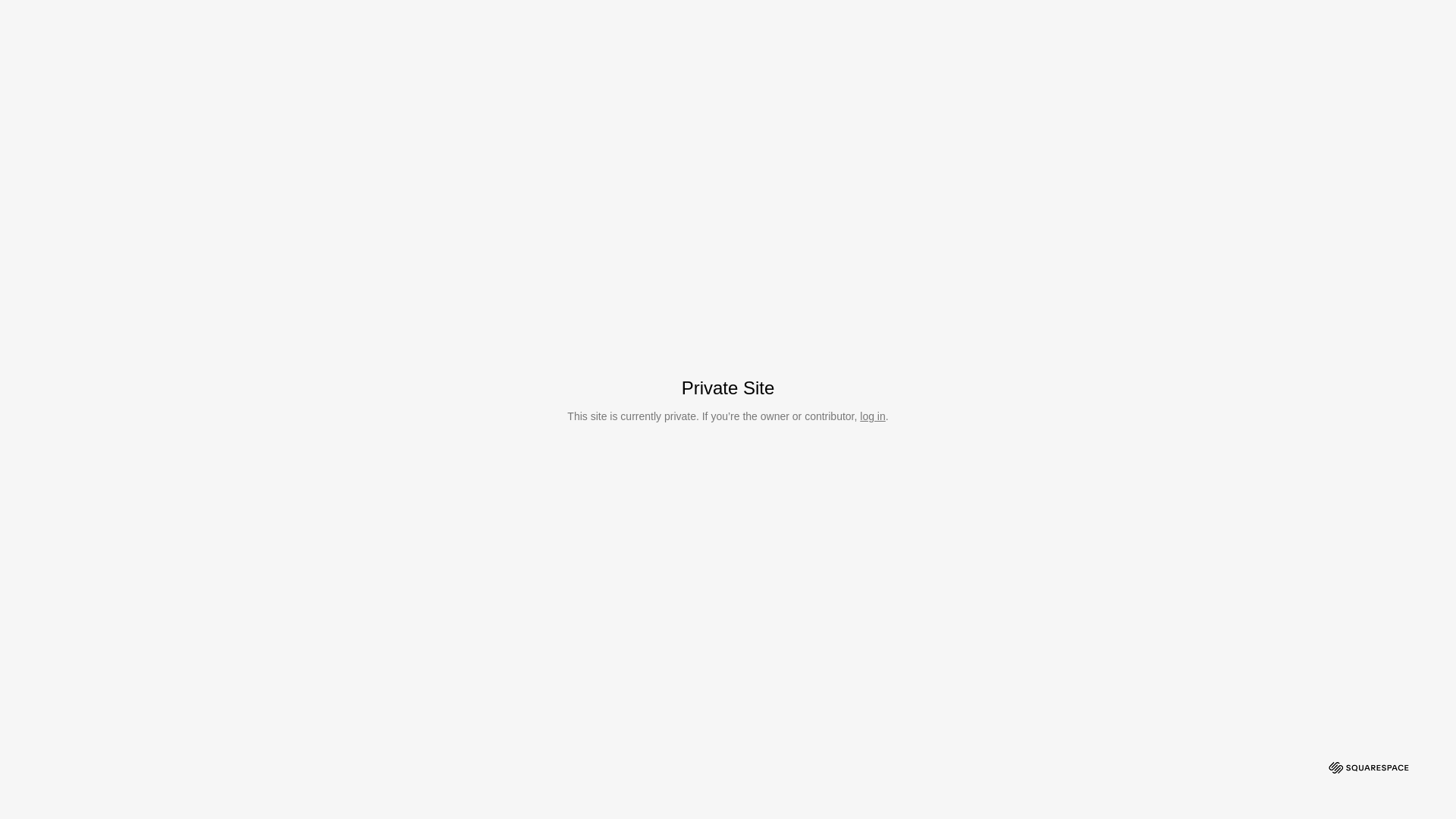 The width and height of the screenshot is (1456, 819). What do you see at coordinates (859, 416) in the screenshot?
I see `'log in'` at bounding box center [859, 416].